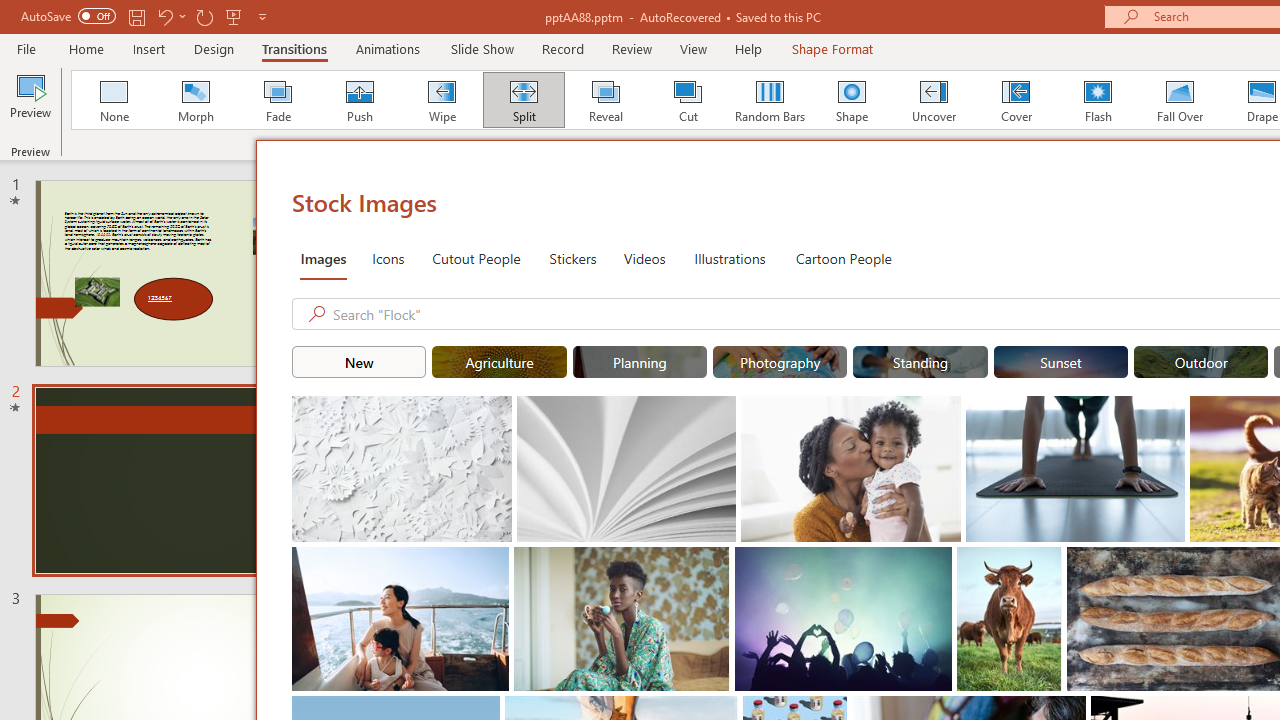 This screenshot has width=1280, height=720. I want to click on 'Design', so click(214, 48).